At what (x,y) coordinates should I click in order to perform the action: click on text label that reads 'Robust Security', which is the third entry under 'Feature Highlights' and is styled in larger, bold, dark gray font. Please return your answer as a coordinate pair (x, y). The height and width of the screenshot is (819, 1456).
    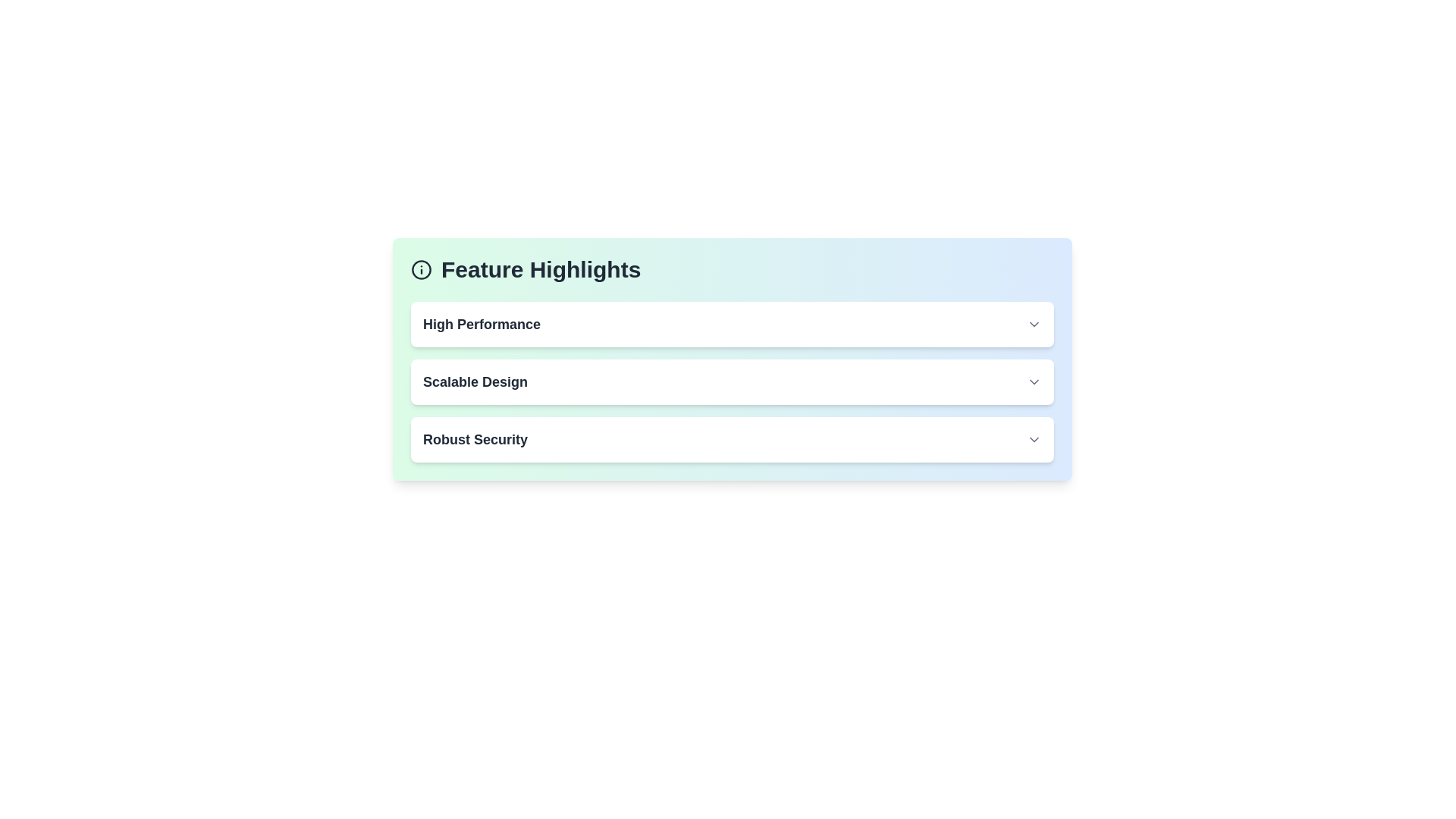
    Looking at the image, I should click on (475, 439).